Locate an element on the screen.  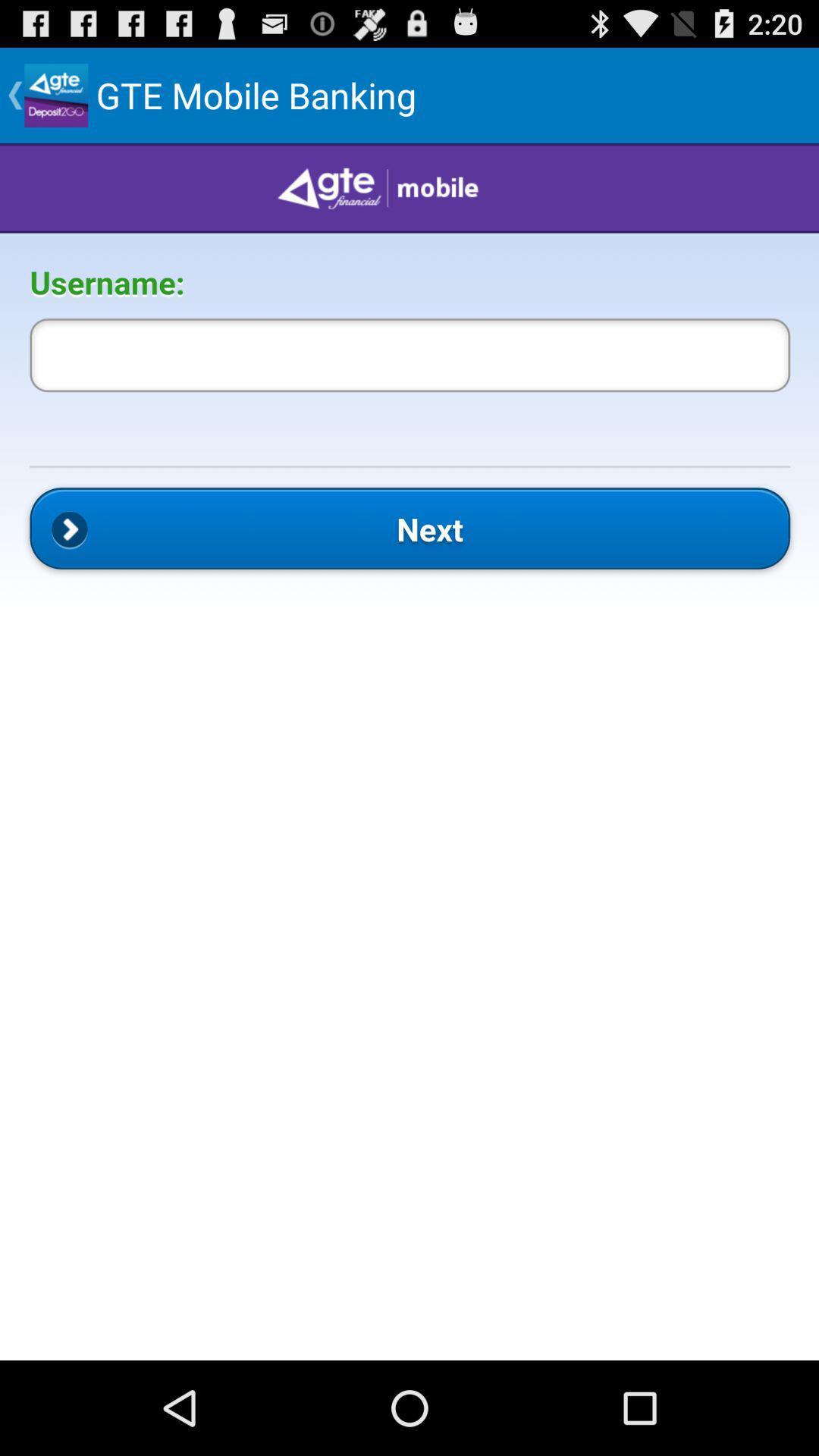
get mobile banking open is located at coordinates (409, 752).